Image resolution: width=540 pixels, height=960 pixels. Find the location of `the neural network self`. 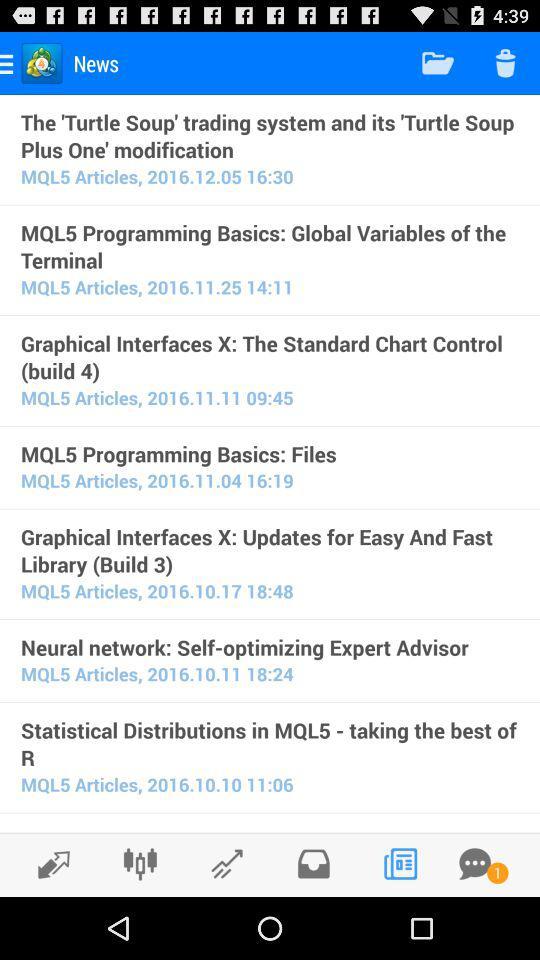

the neural network self is located at coordinates (270, 646).